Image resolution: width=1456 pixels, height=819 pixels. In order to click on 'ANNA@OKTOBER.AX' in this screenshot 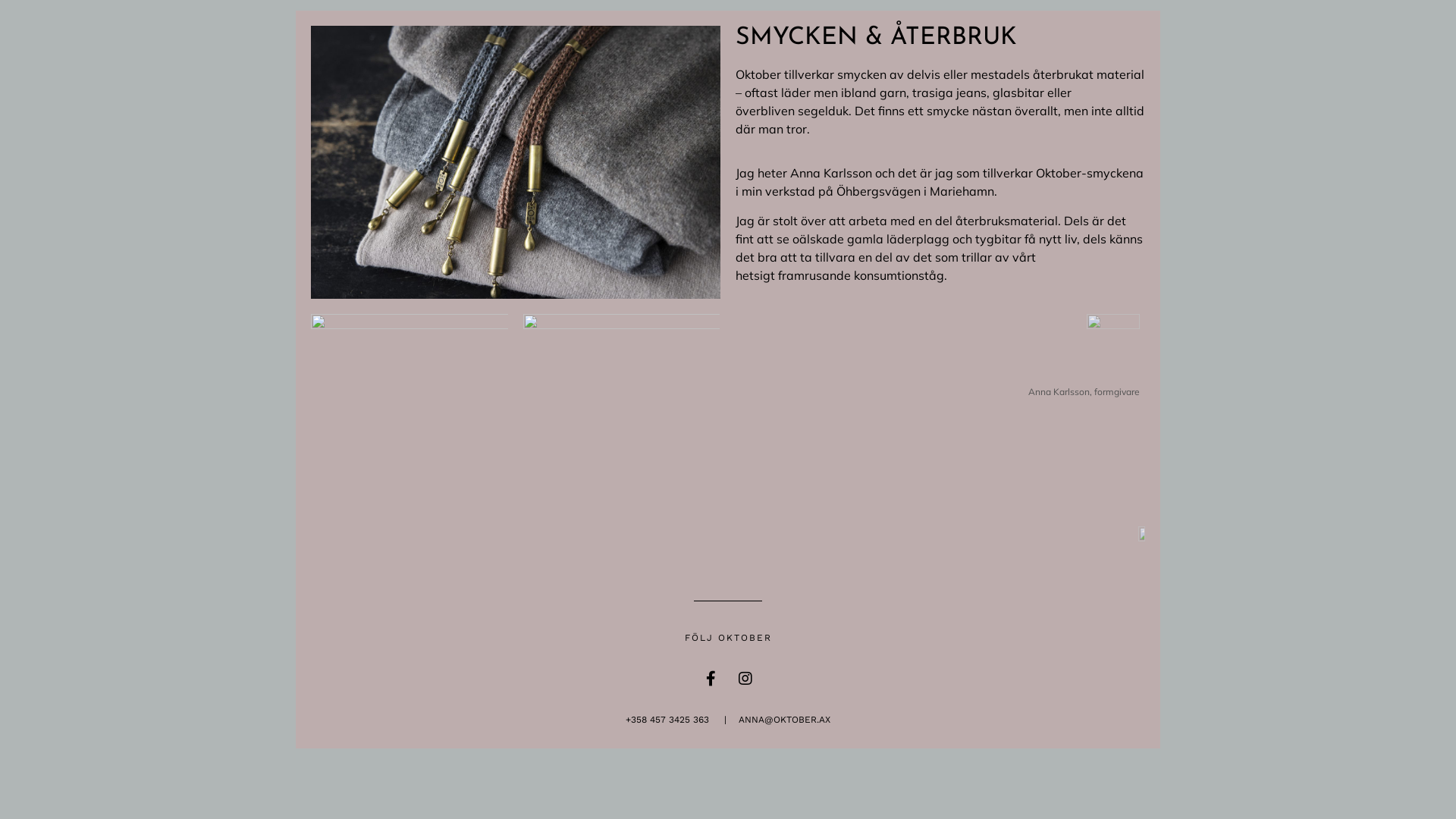, I will do `click(784, 718)`.